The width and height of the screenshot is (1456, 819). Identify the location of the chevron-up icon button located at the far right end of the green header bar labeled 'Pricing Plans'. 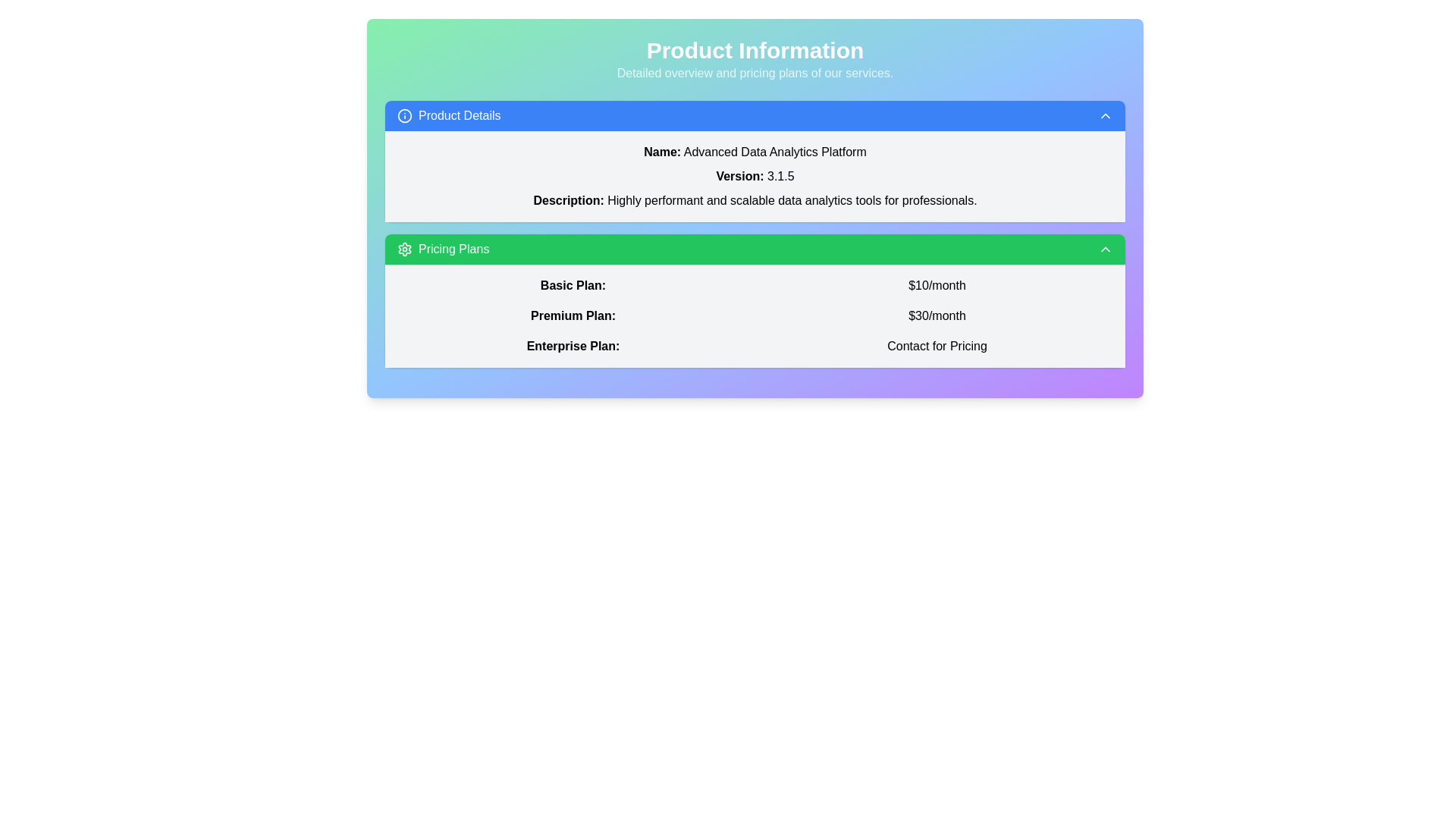
(1106, 248).